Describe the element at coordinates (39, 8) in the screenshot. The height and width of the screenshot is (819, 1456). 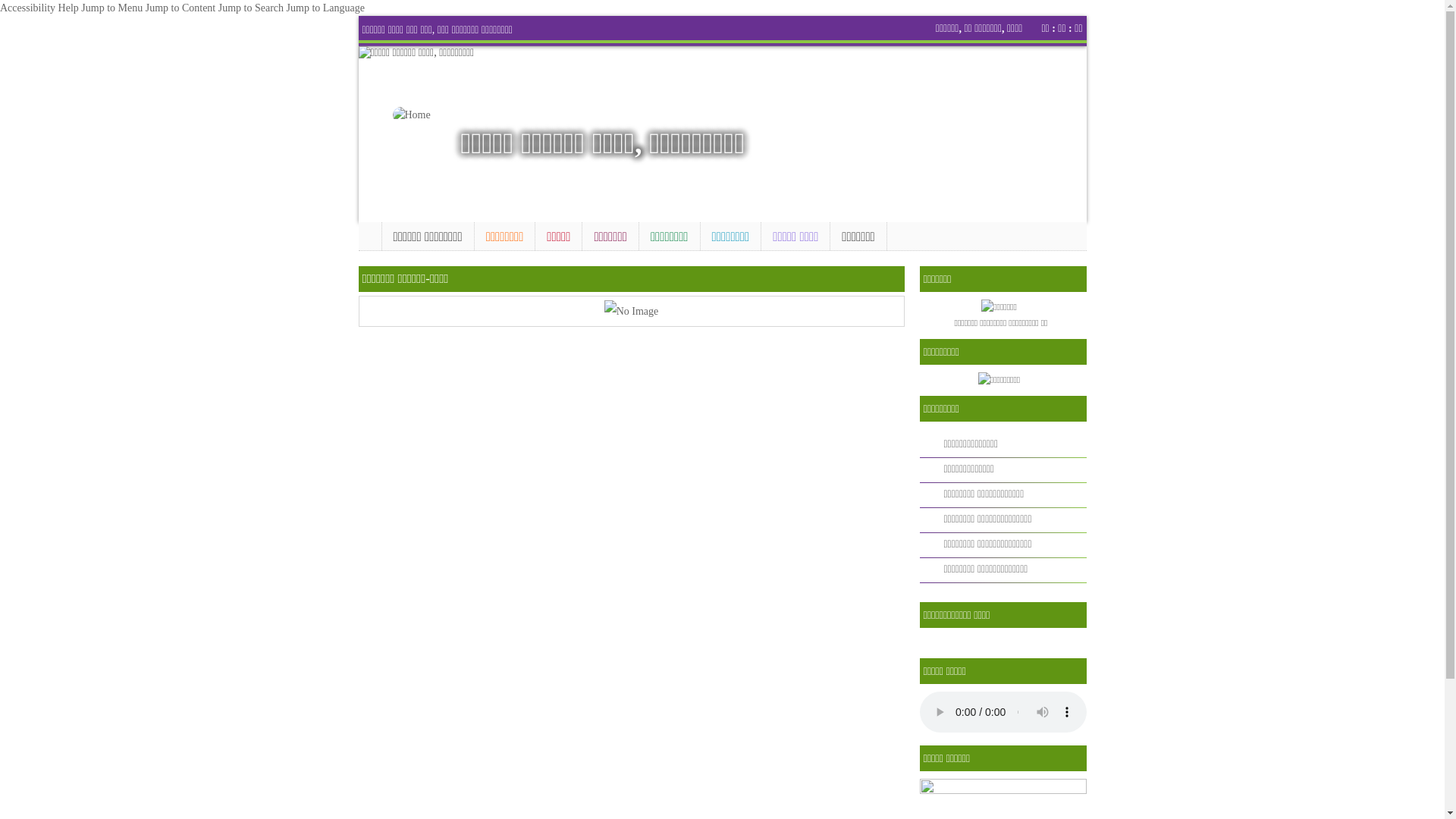
I see `'Accessibility Help'` at that location.